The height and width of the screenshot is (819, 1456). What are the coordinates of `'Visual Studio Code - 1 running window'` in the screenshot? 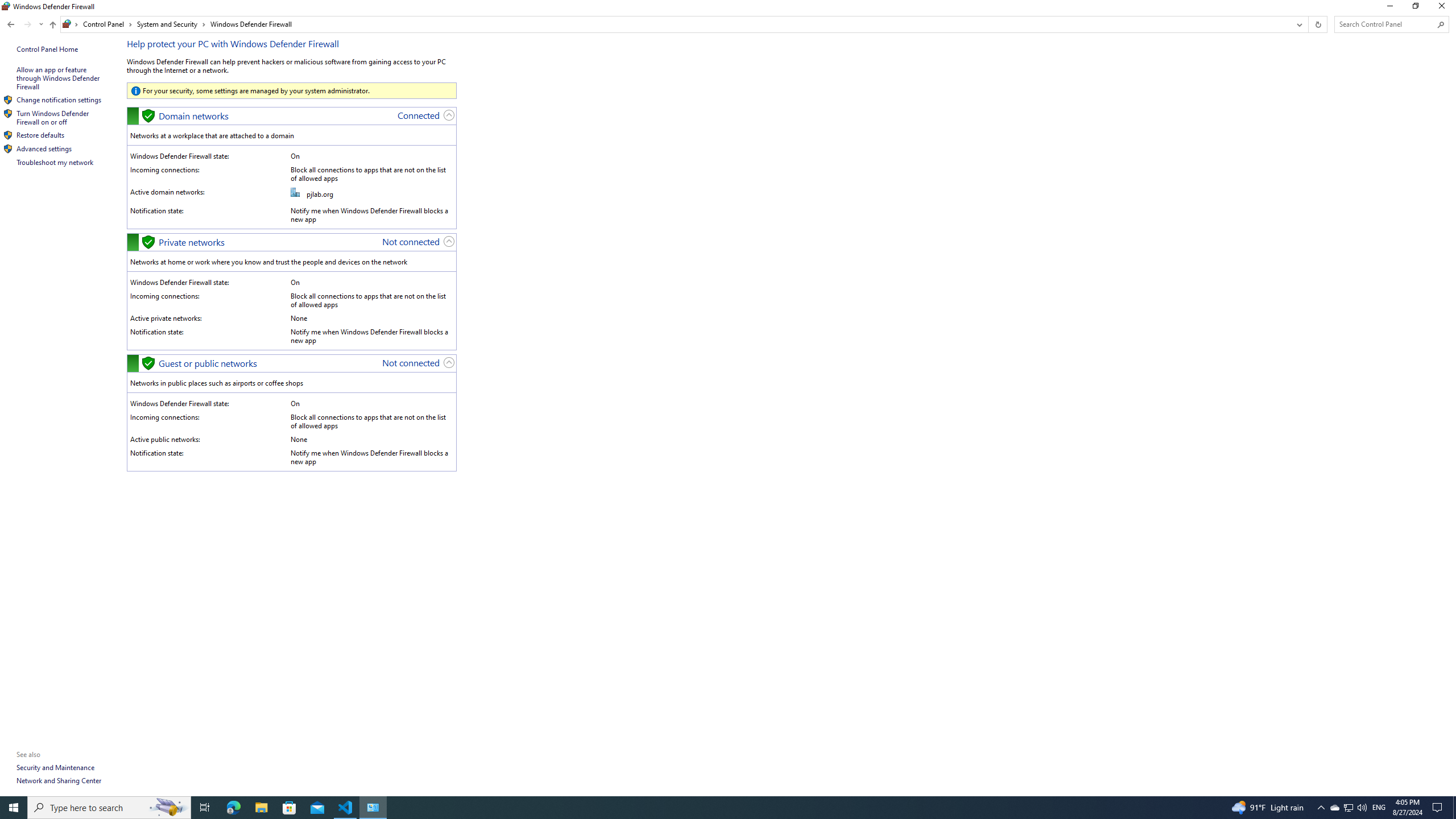 It's located at (345, 806).